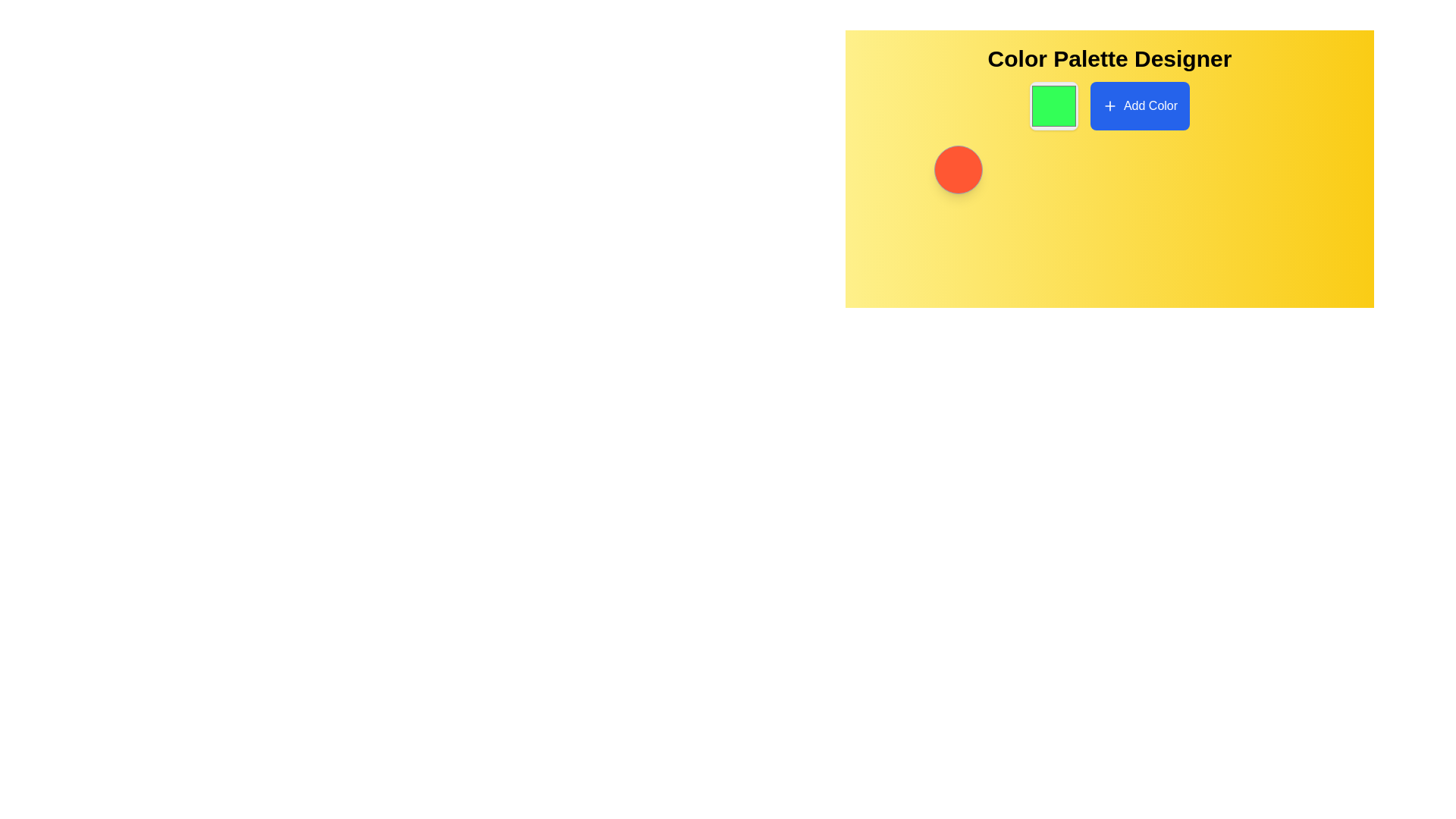 This screenshot has height=819, width=1456. Describe the element at coordinates (1053, 105) in the screenshot. I see `the green Color Swatch, which is a square block with a green background and a thin gray border` at that location.